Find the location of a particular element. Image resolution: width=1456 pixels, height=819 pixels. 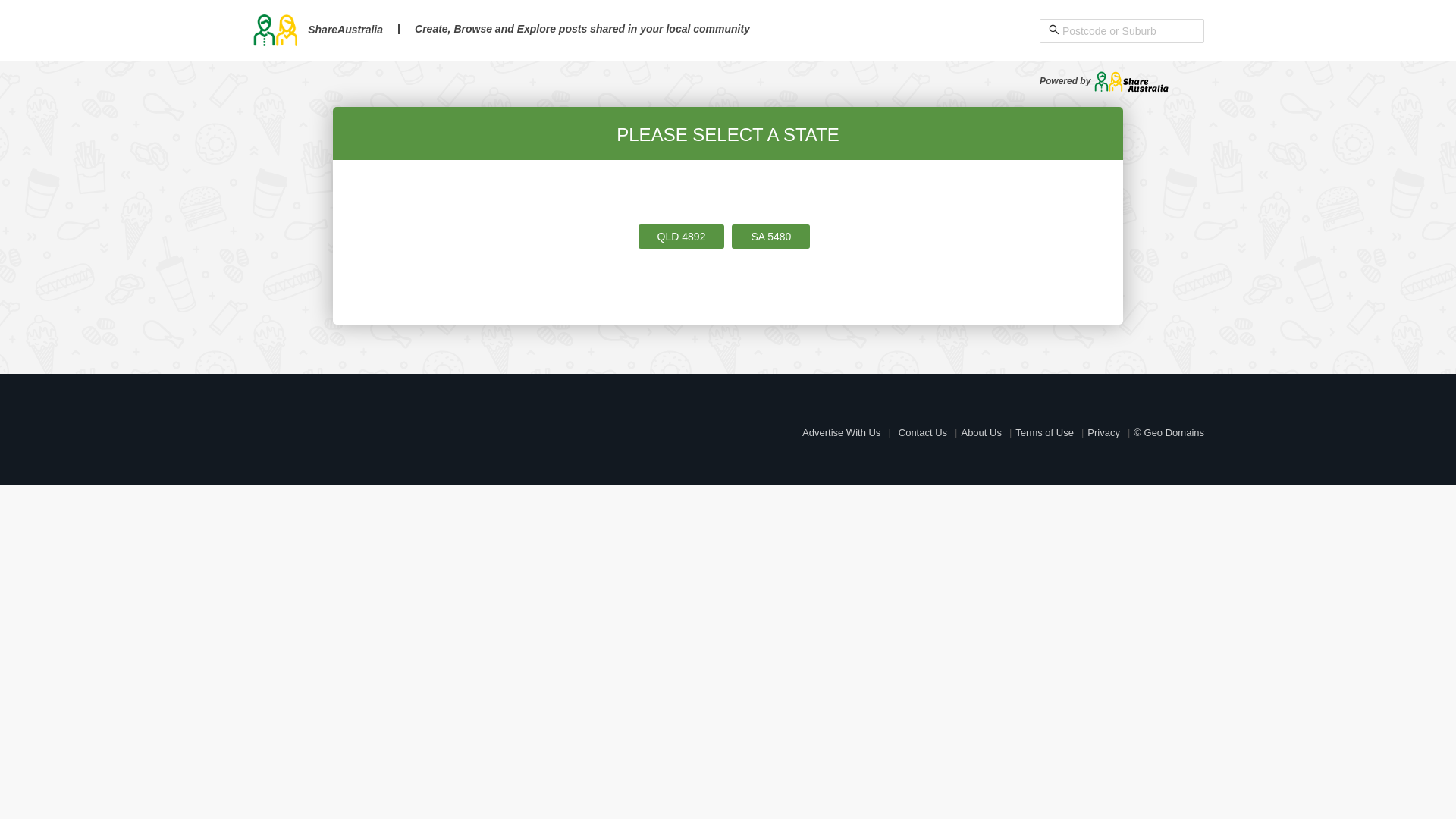

'SA 5480' is located at coordinates (770, 237).